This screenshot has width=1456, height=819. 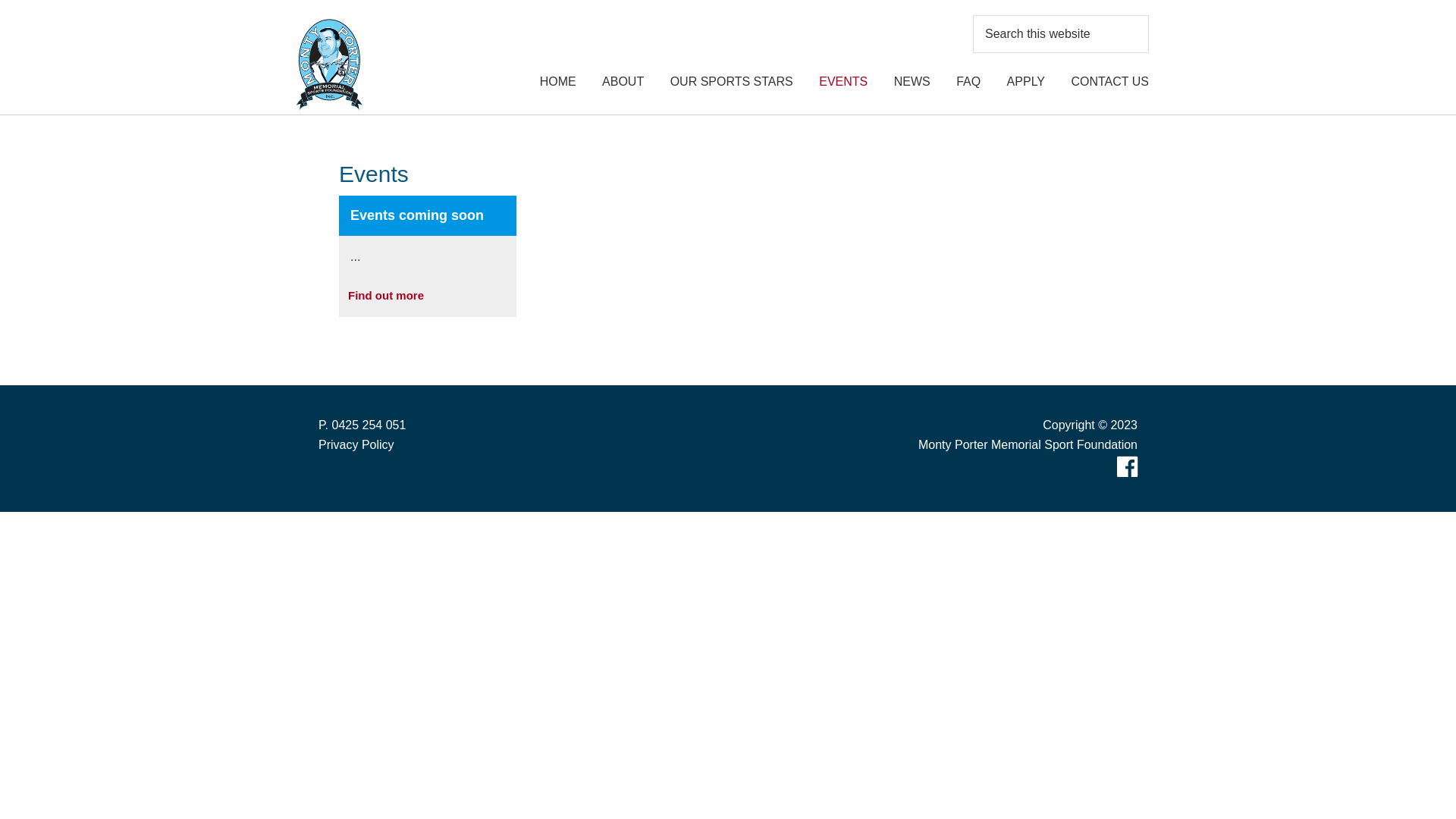 What do you see at coordinates (385, 295) in the screenshot?
I see `'Find out more'` at bounding box center [385, 295].